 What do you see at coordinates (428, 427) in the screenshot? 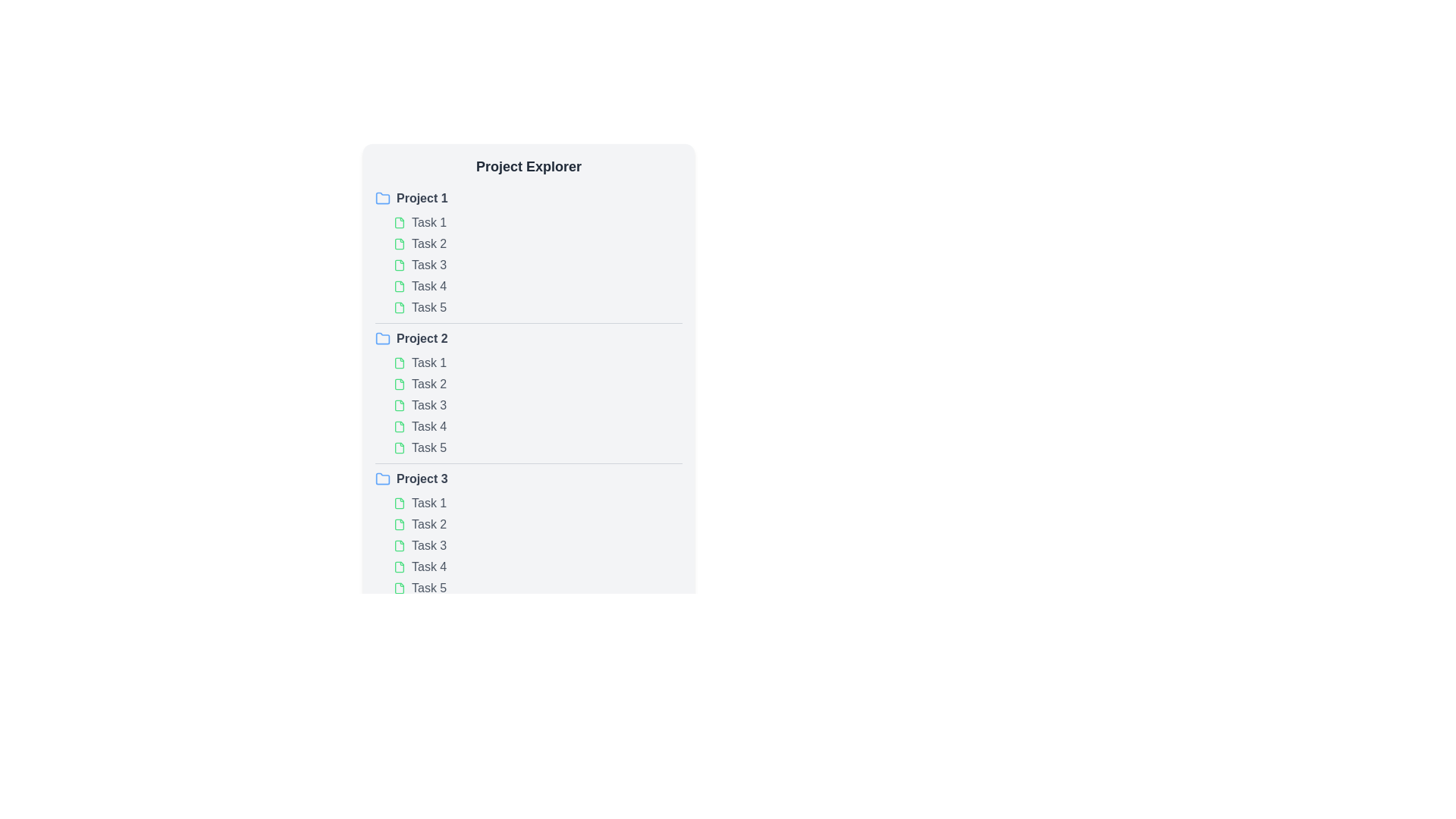
I see `the 'Task 4' text label in the Project Explorer` at bounding box center [428, 427].